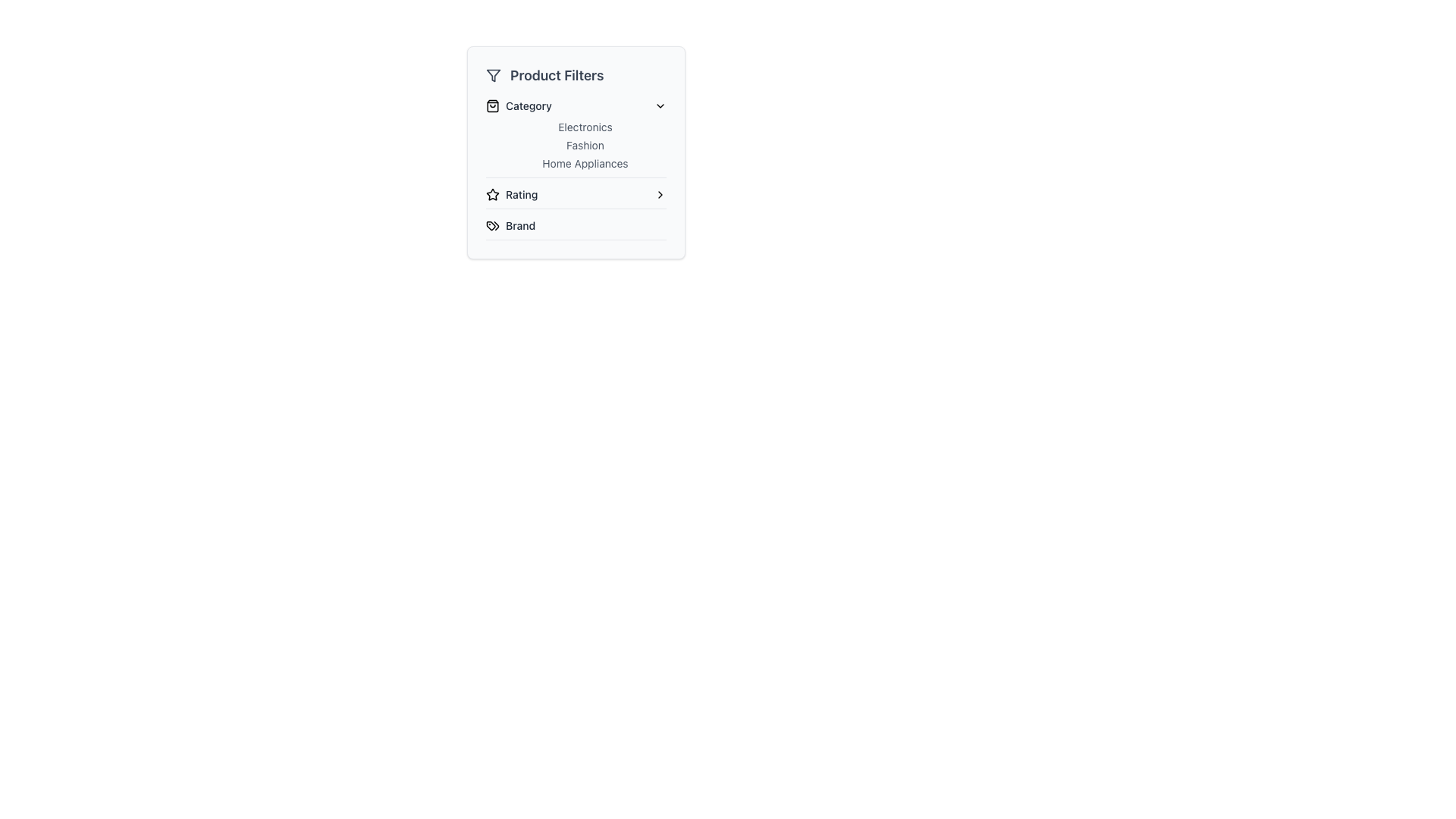 The height and width of the screenshot is (819, 1456). I want to click on the category in the filter selection menu located within the 'Product Filters' panel, so click(575, 169).